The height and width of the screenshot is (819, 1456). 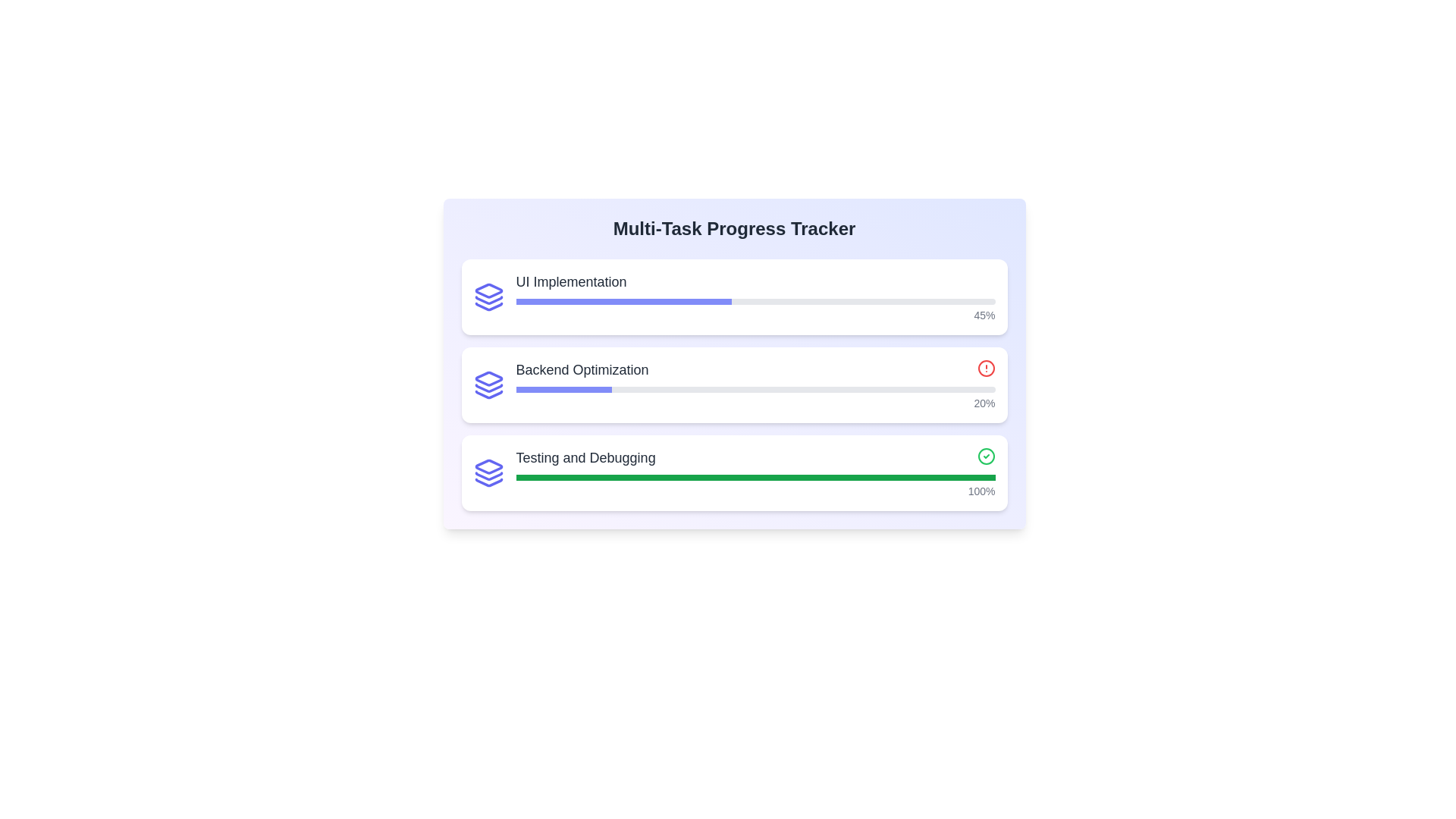 What do you see at coordinates (755, 397) in the screenshot?
I see `progress value from the second progress bar labeled 'Backend Optimization', which visually represents the task's progress` at bounding box center [755, 397].